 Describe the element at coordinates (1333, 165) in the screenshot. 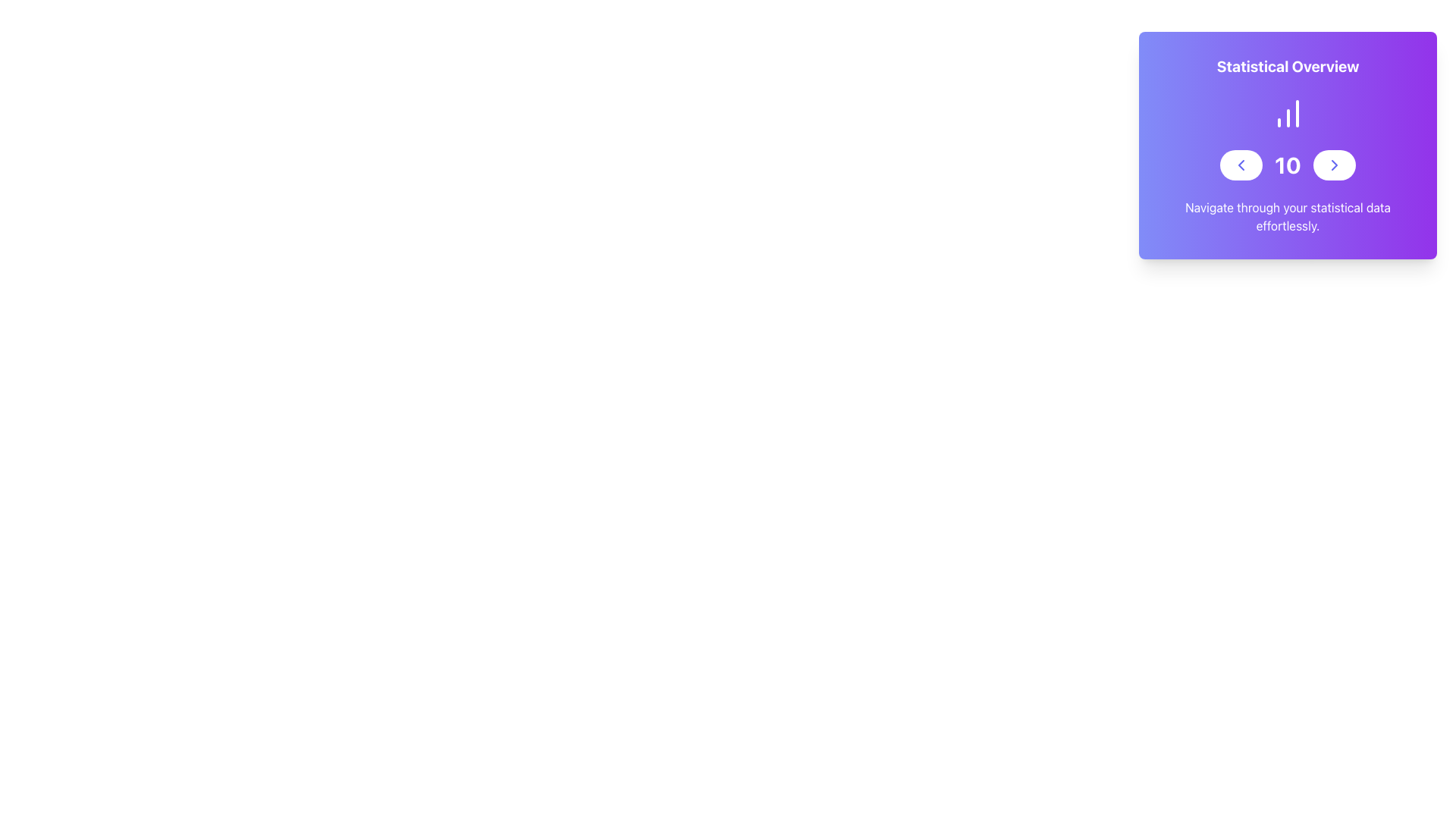

I see `the forward navigation icon located on the far right of the navigation row within the purple card labeled 'Statistical Overview'` at that location.